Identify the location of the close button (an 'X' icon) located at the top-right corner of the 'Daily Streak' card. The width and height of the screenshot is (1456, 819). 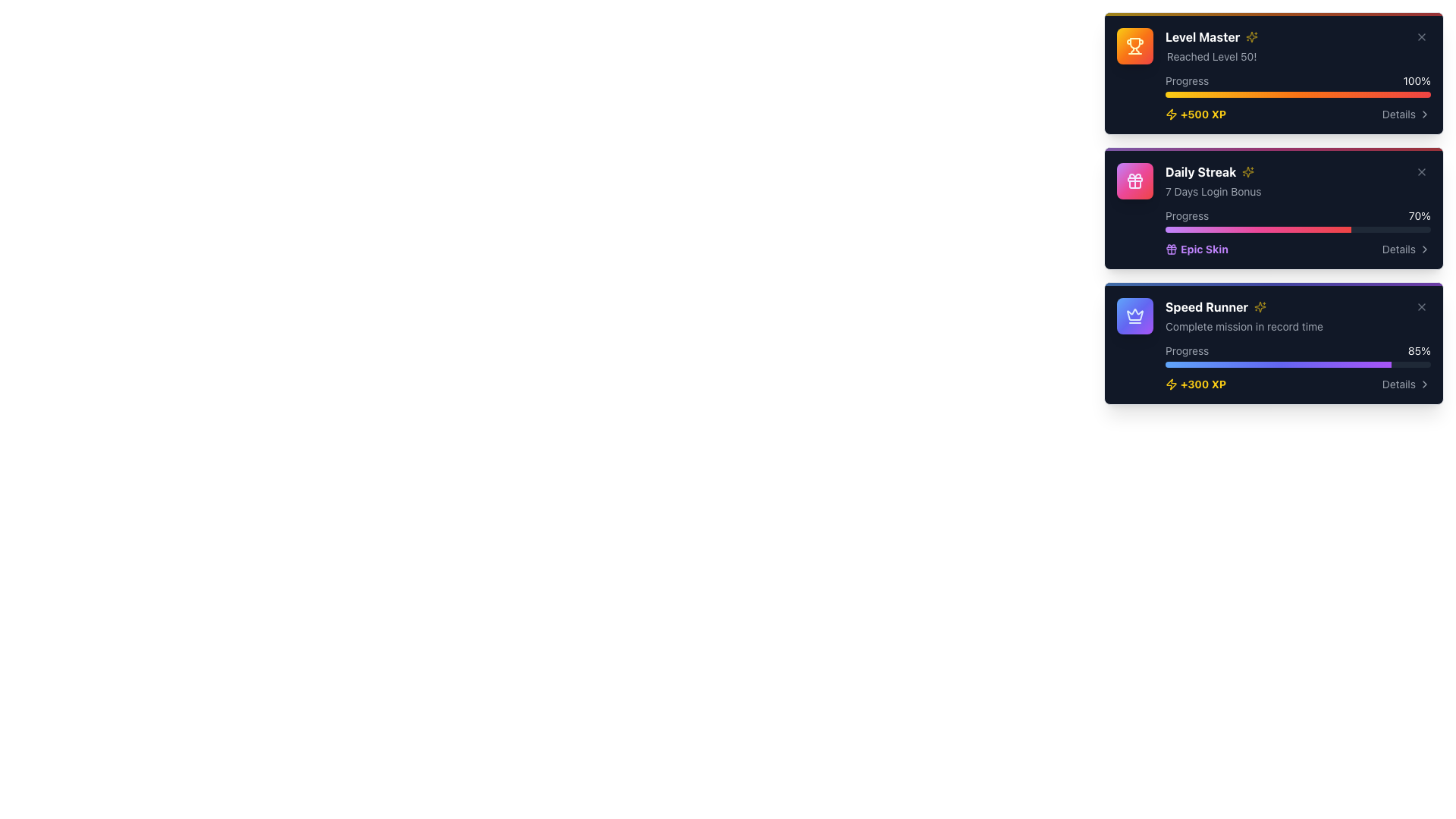
(1421, 171).